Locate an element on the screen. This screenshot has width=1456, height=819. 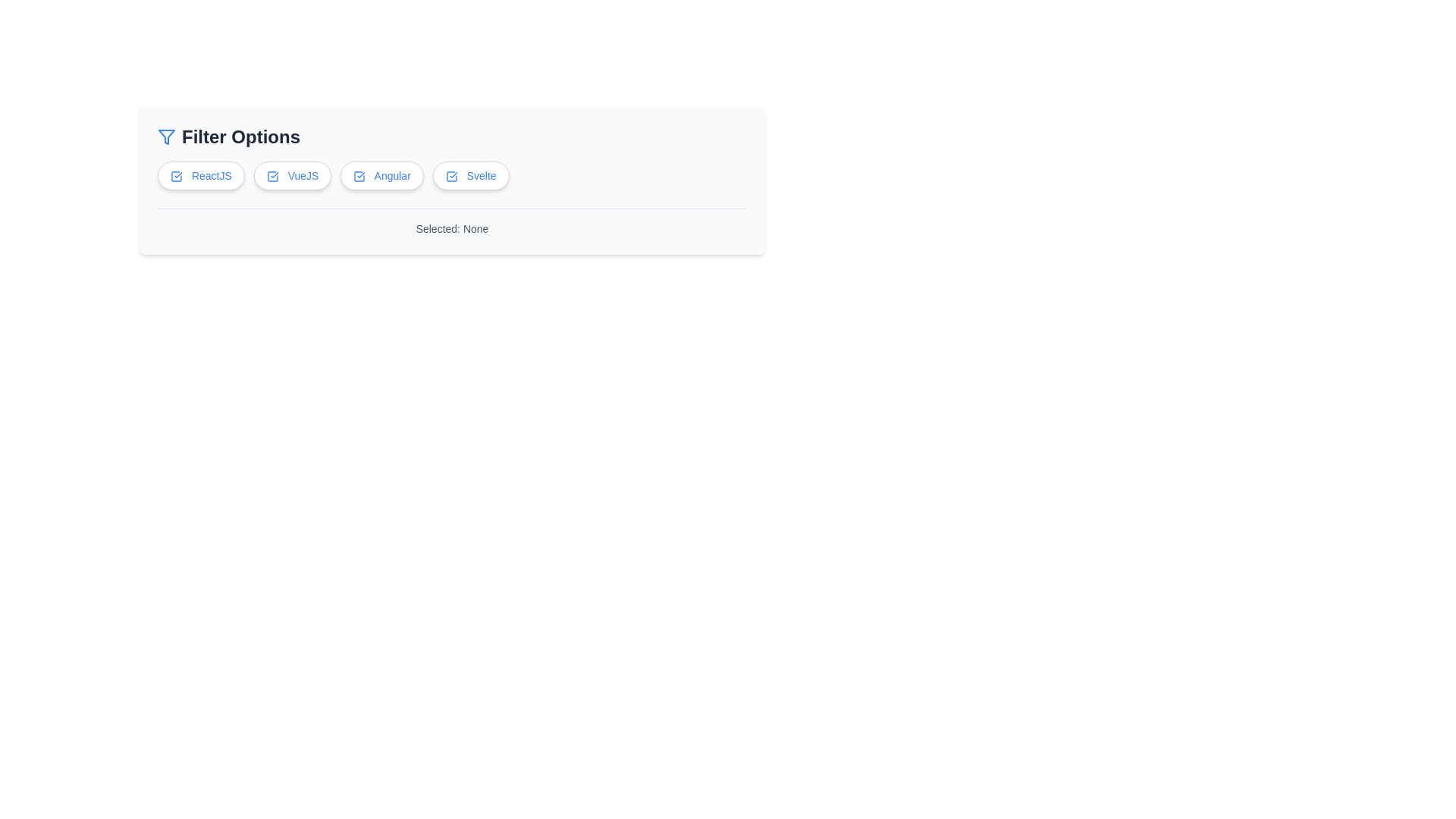
the SVG Icon representing filter functionality located in the 'Filter Options' heading area, positioned to the left of the header text is located at coordinates (167, 137).